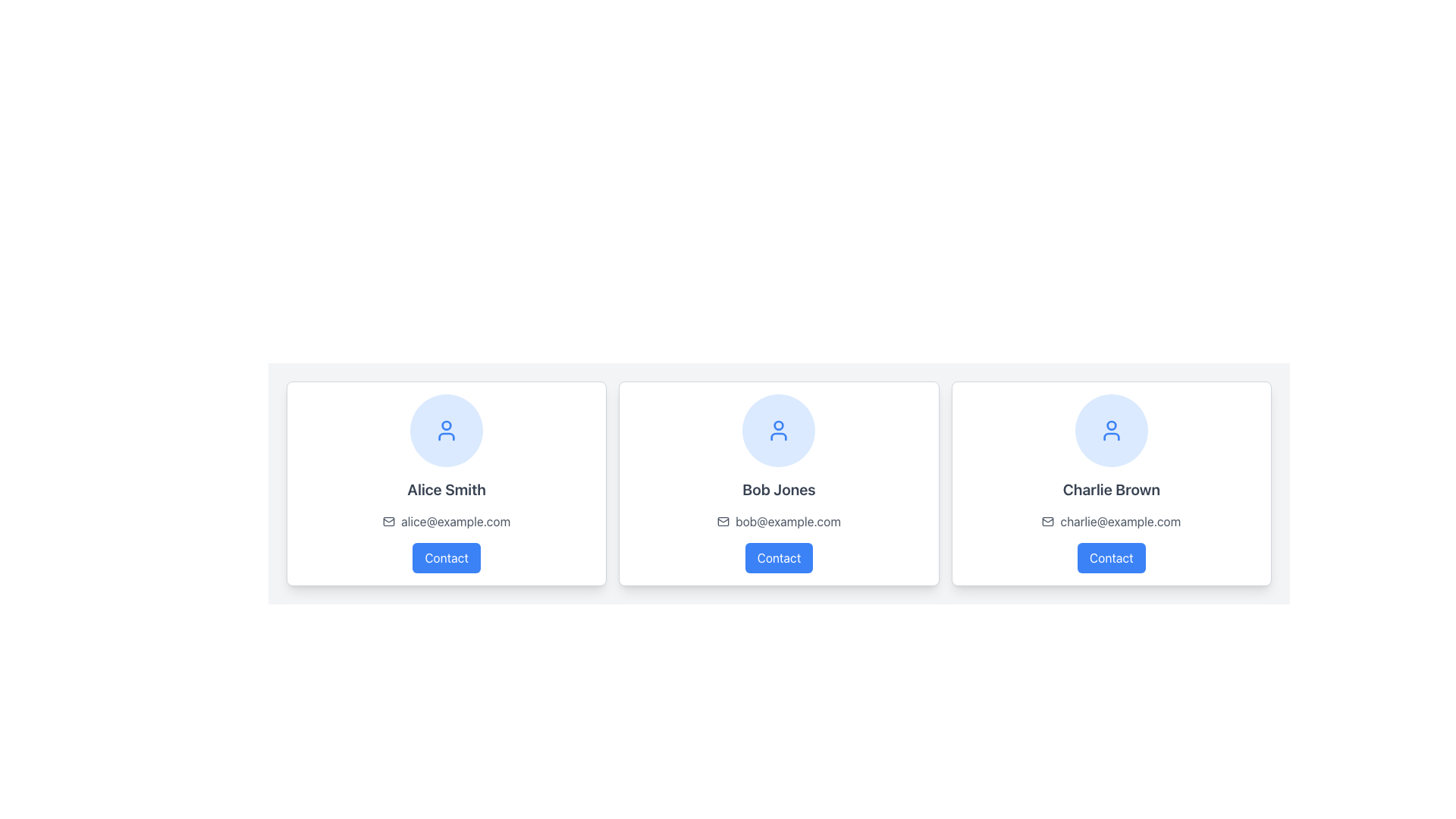 This screenshot has height=819, width=1456. What do you see at coordinates (788, 520) in the screenshot?
I see `the email address text 'bob@example.com' located below the name 'Bob Jones' in the user's contact information section` at bounding box center [788, 520].